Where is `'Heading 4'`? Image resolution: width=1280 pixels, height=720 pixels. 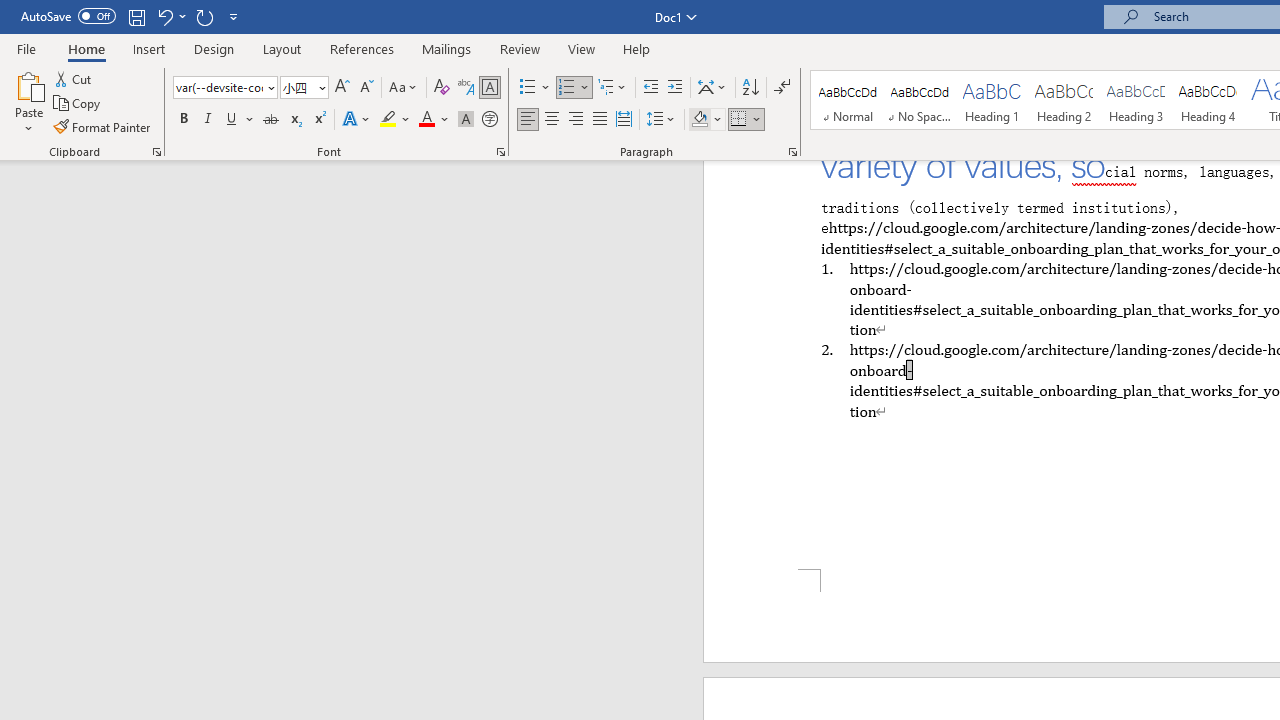
'Heading 4' is located at coordinates (1207, 100).